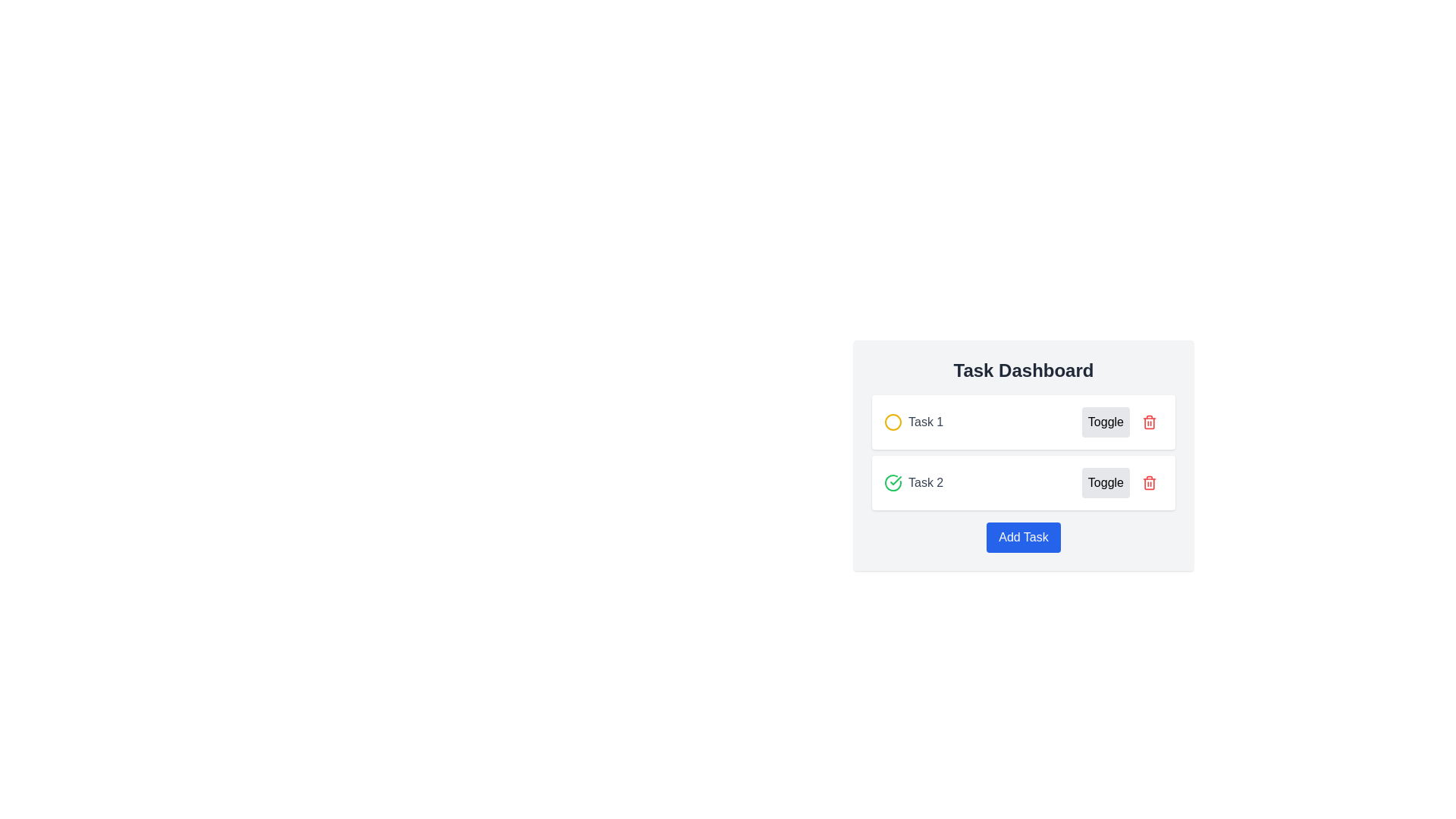  What do you see at coordinates (1122, 422) in the screenshot?
I see `the toggle button located to the right side of the 'Task 1' box, just before the trashcan icon, to change its appearance` at bounding box center [1122, 422].